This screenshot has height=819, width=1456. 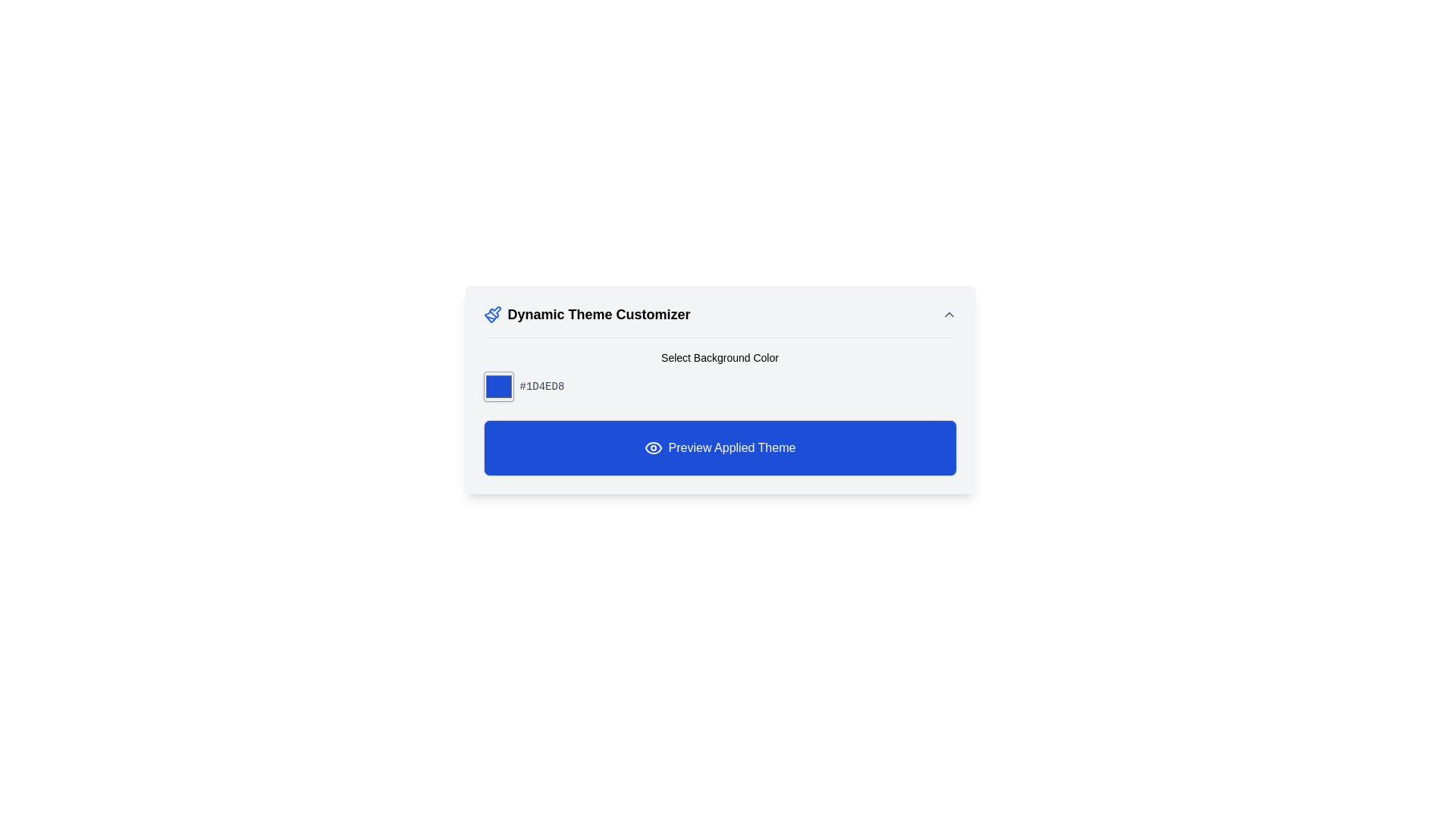 What do you see at coordinates (948, 314) in the screenshot?
I see `the interactive button with an upward arrow design that toggles the 'Dynamic Theme Customizer' section, located in the top right corner of the header` at bounding box center [948, 314].